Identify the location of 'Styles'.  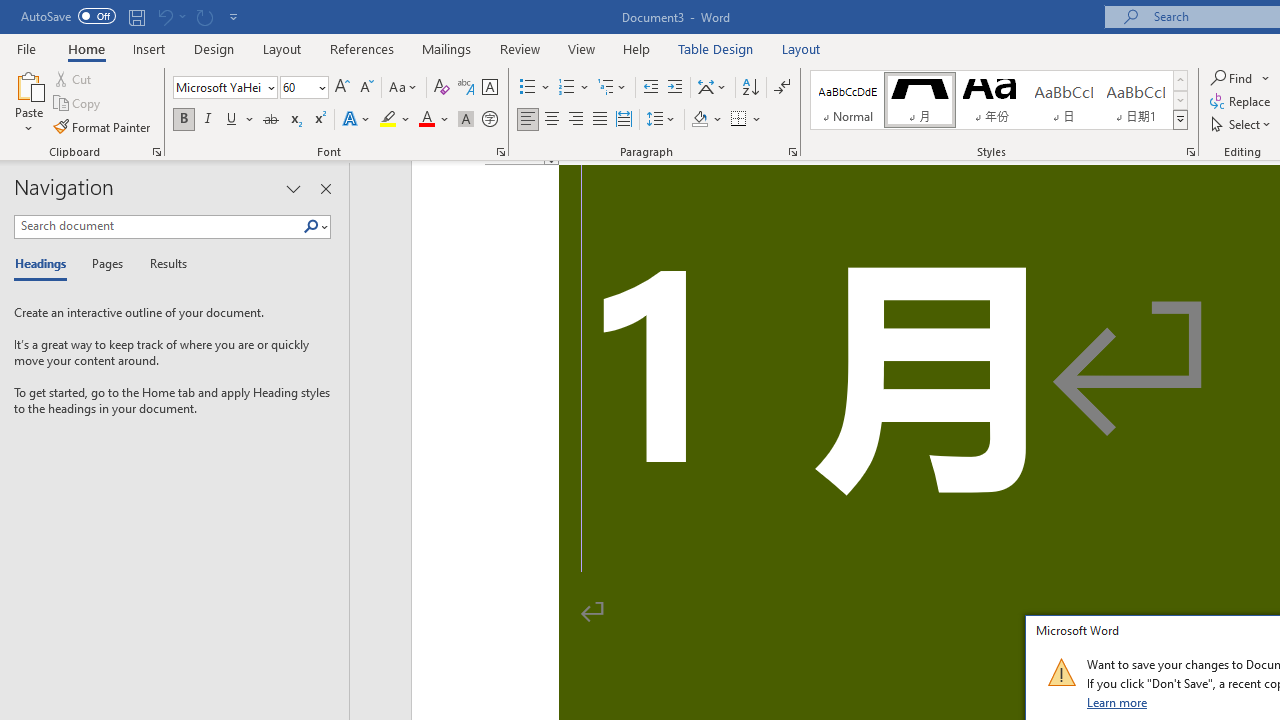
(1180, 120).